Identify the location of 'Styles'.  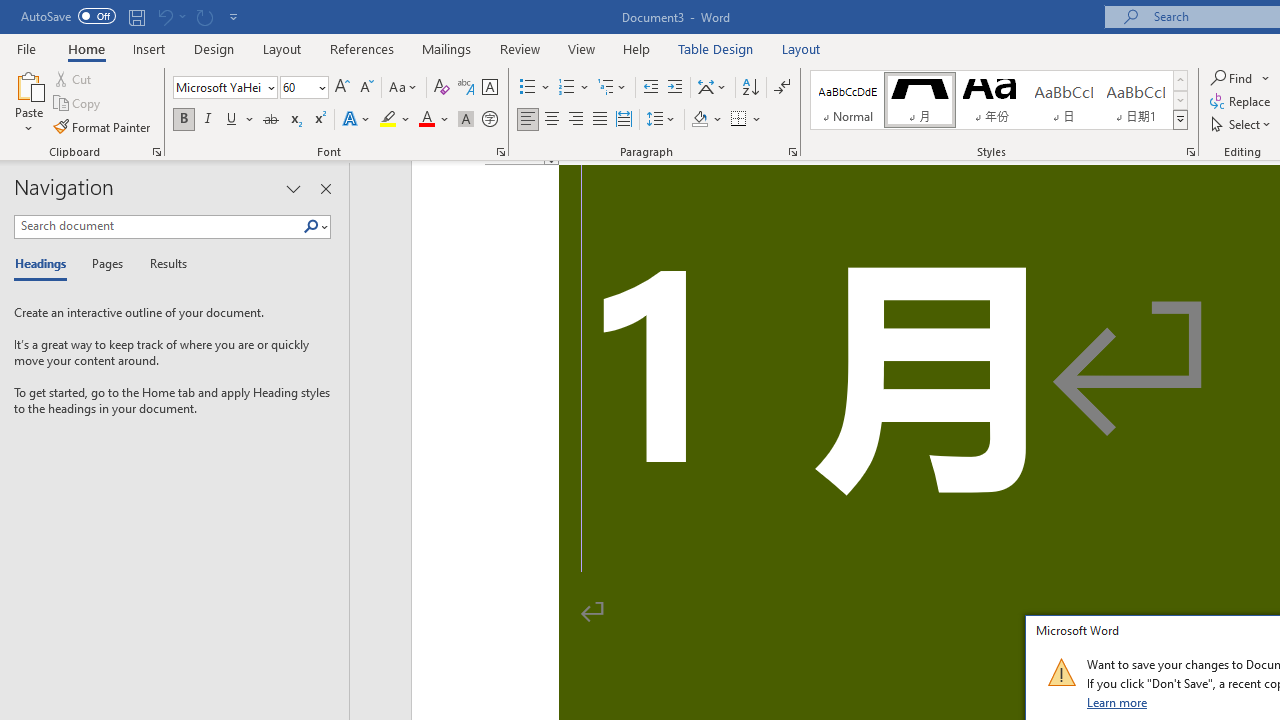
(1180, 120).